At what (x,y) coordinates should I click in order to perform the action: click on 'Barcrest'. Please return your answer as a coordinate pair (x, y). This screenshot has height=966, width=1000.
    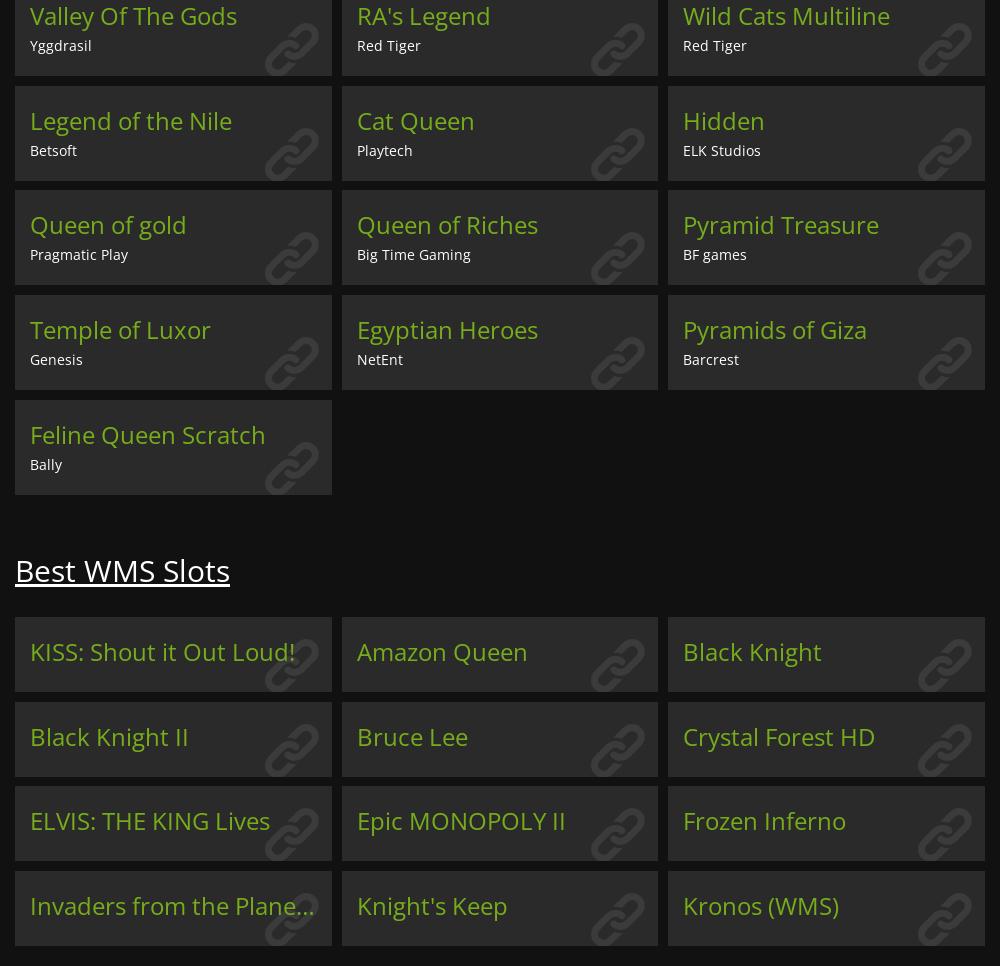
    Looking at the image, I should click on (710, 358).